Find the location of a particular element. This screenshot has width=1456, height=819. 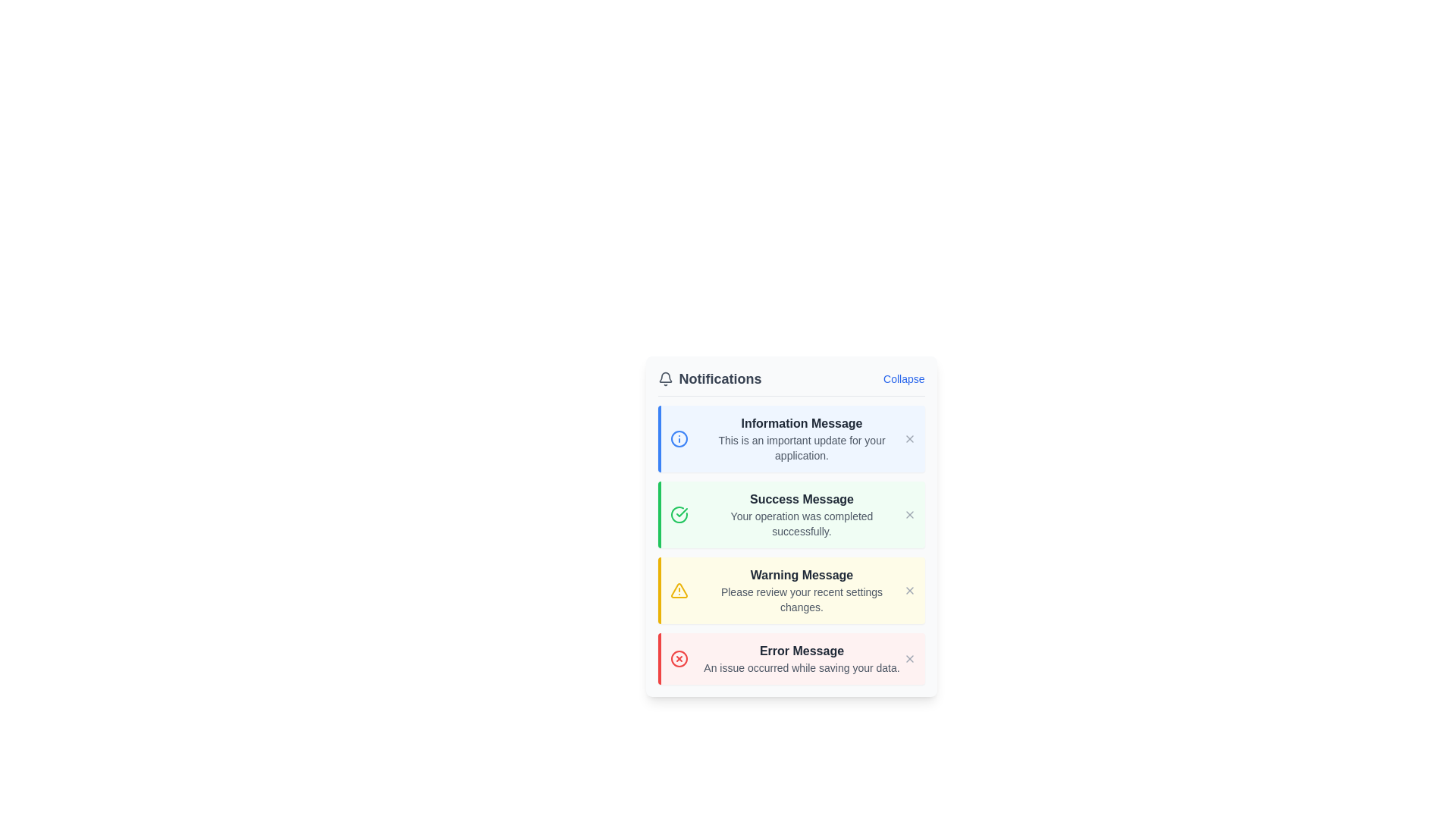

the notifications bell icon located in the notifications header bar for visual feedback is located at coordinates (665, 376).